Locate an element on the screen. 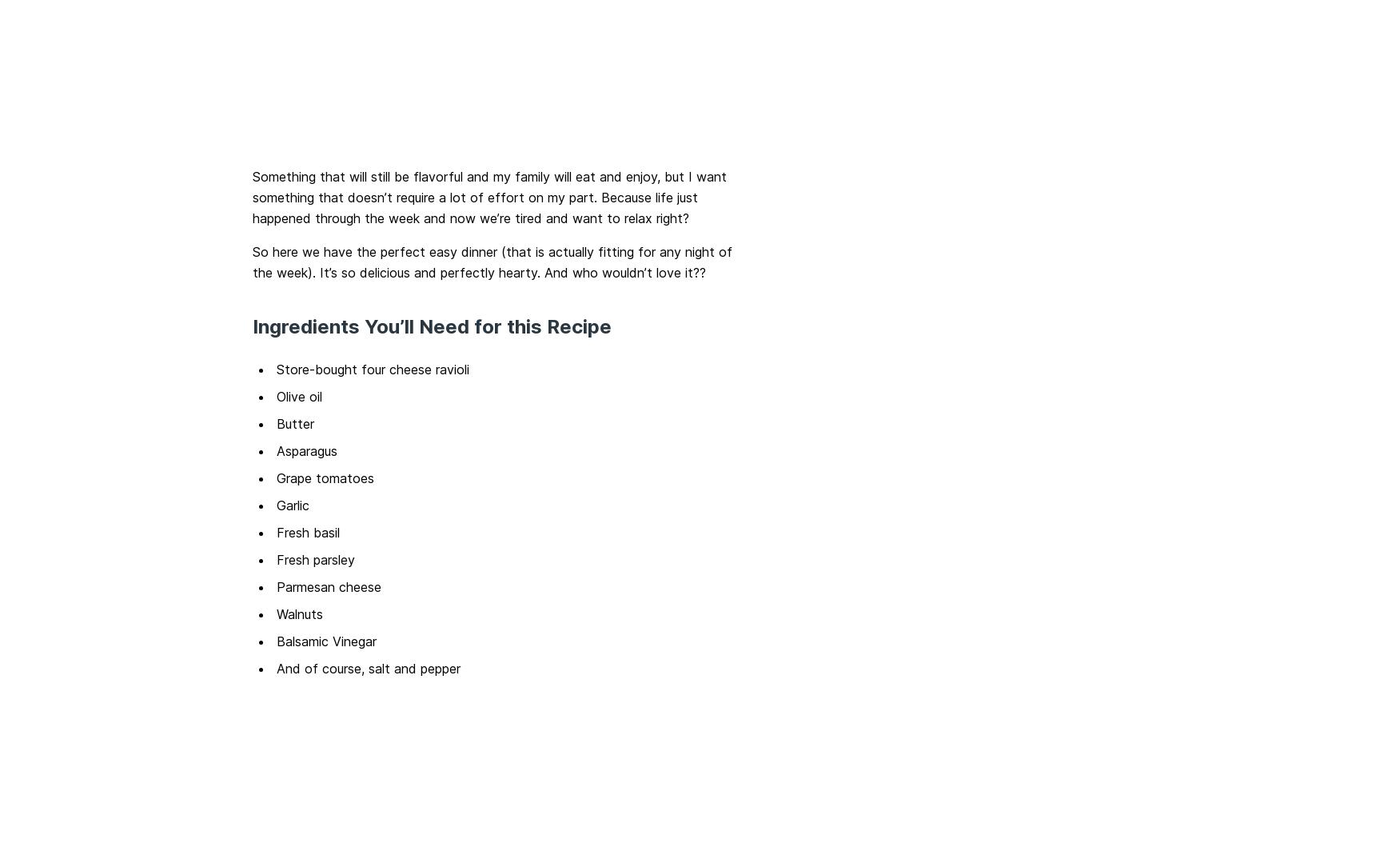 Image resolution: width=1400 pixels, height=859 pixels. 'Parmesan cheese' is located at coordinates (329, 586).